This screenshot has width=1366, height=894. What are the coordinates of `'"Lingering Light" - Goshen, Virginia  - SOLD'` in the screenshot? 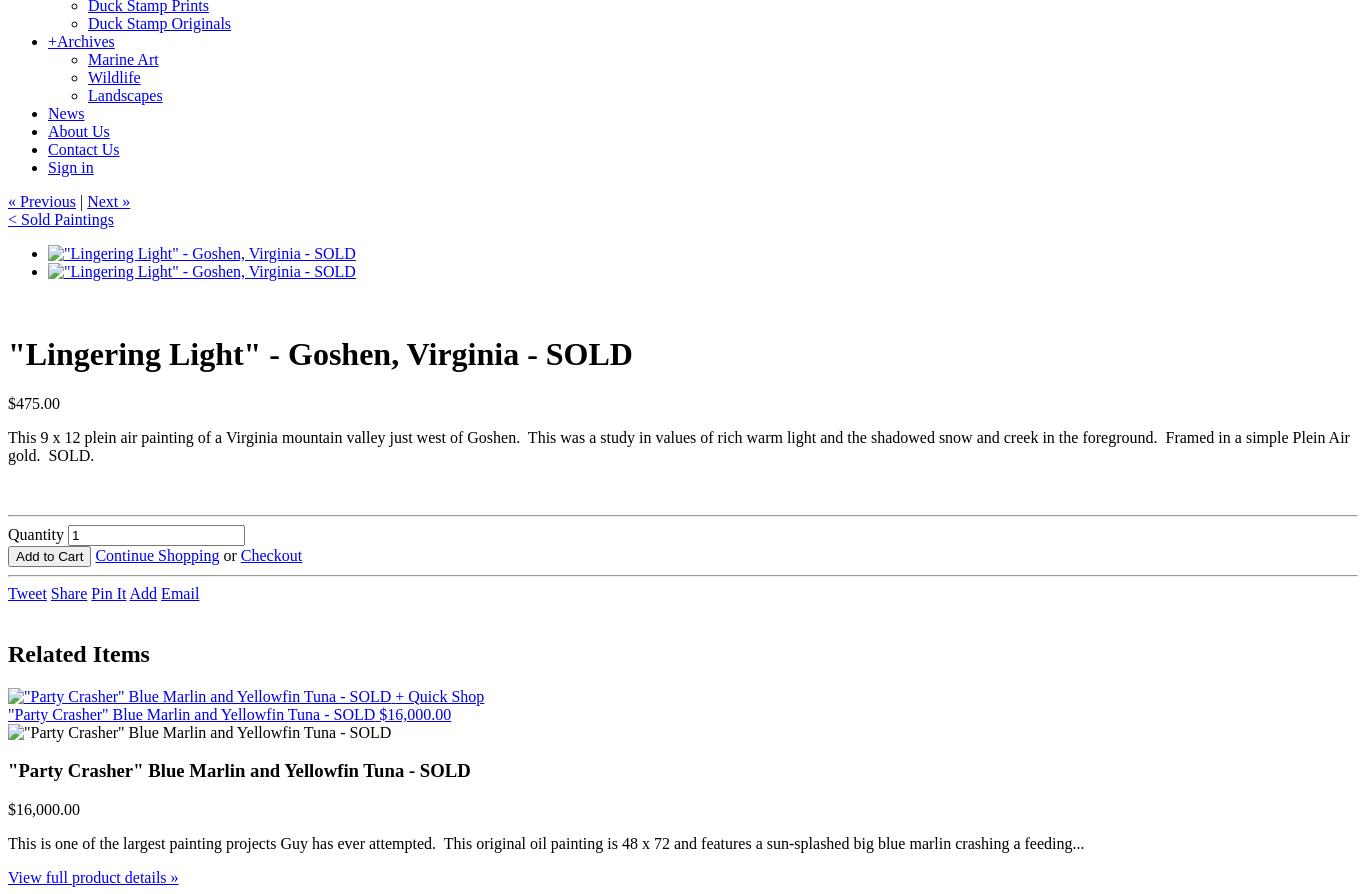 It's located at (320, 353).